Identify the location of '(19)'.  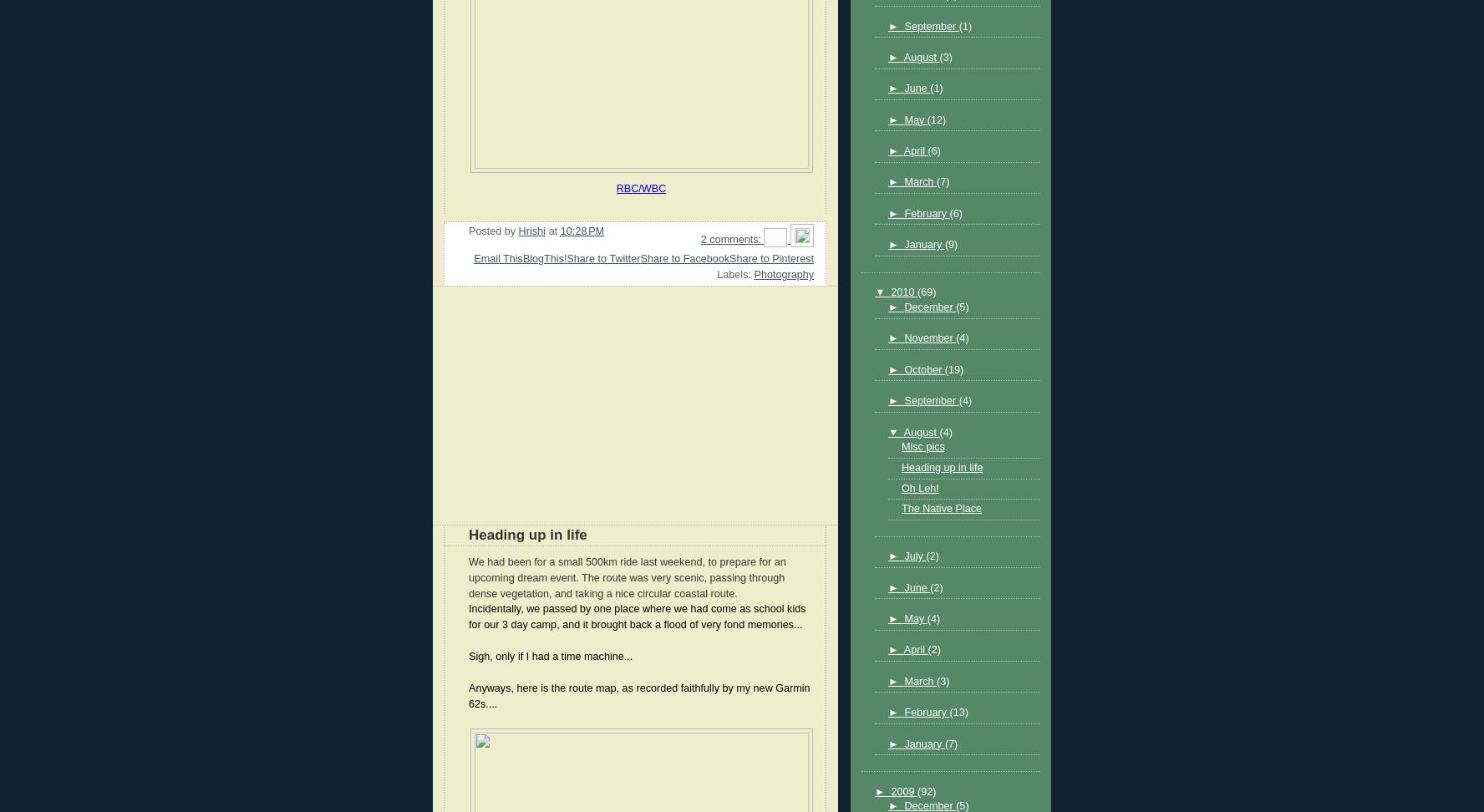
(953, 368).